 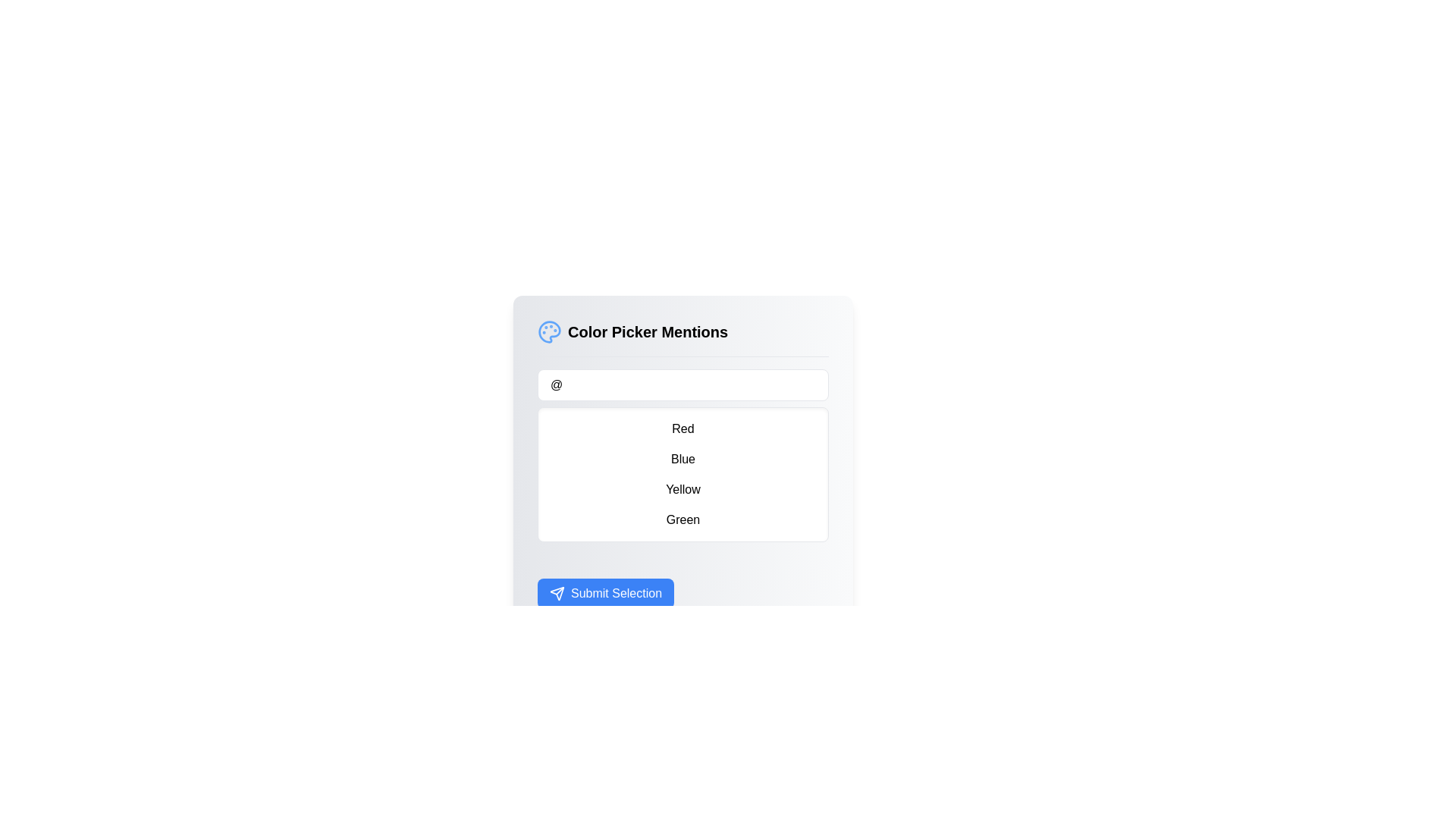 What do you see at coordinates (682, 455) in the screenshot?
I see `the interactive list item labeled 'Blue'` at bounding box center [682, 455].